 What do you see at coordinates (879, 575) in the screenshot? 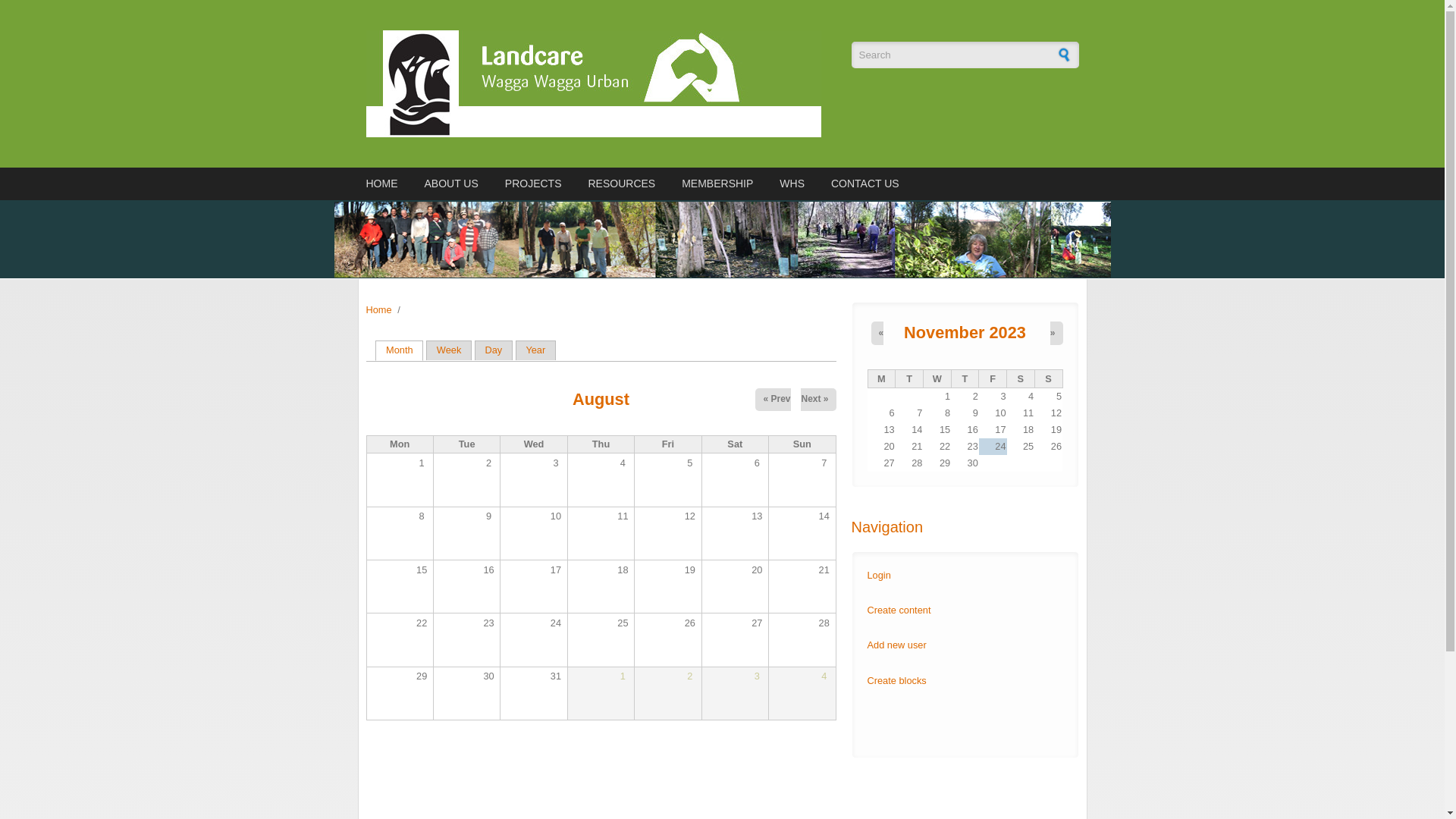
I see `'Login'` at bounding box center [879, 575].